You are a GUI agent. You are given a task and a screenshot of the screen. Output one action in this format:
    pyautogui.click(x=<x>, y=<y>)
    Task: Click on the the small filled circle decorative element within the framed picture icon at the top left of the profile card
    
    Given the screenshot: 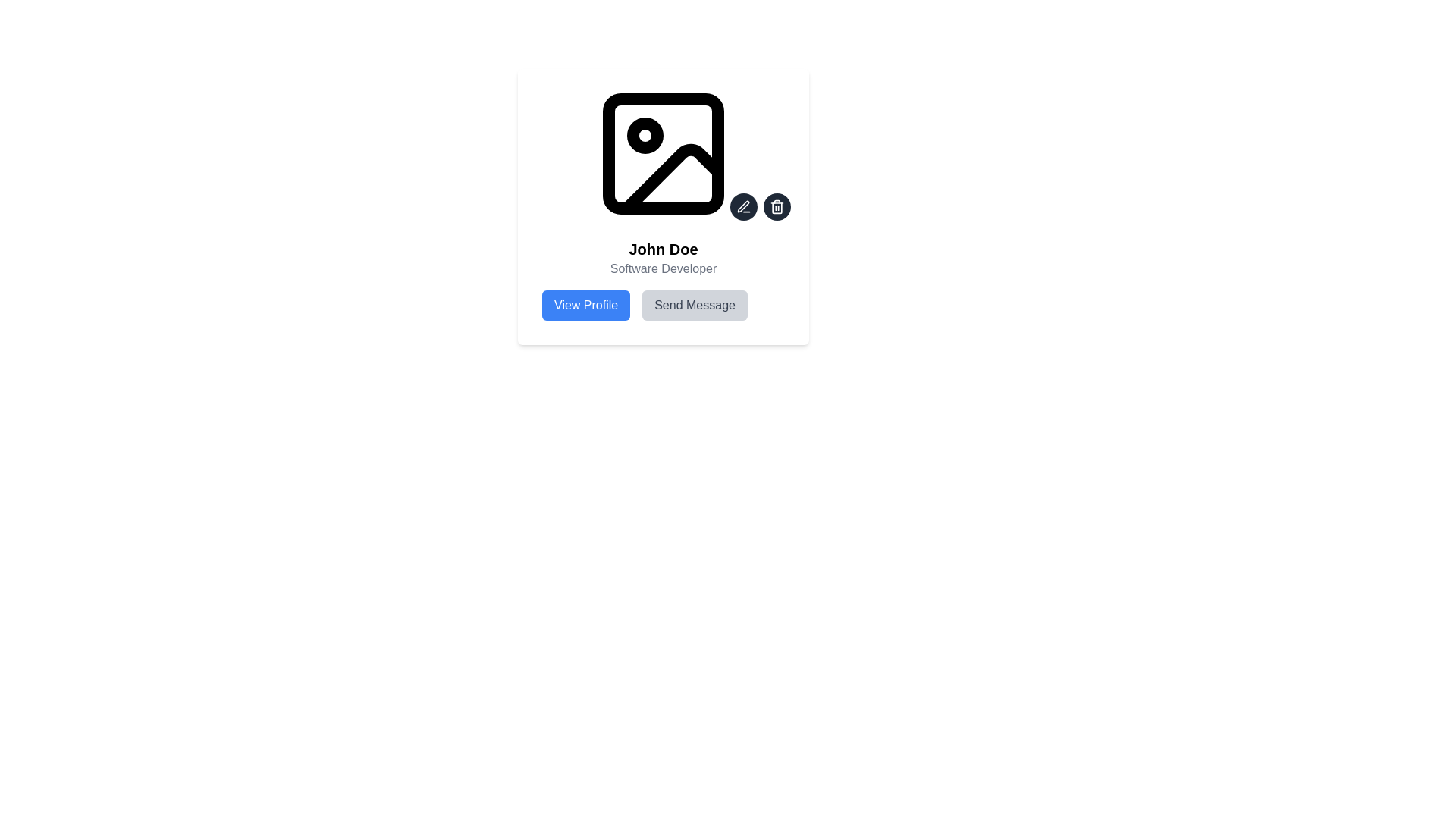 What is the action you would take?
    pyautogui.click(x=645, y=134)
    